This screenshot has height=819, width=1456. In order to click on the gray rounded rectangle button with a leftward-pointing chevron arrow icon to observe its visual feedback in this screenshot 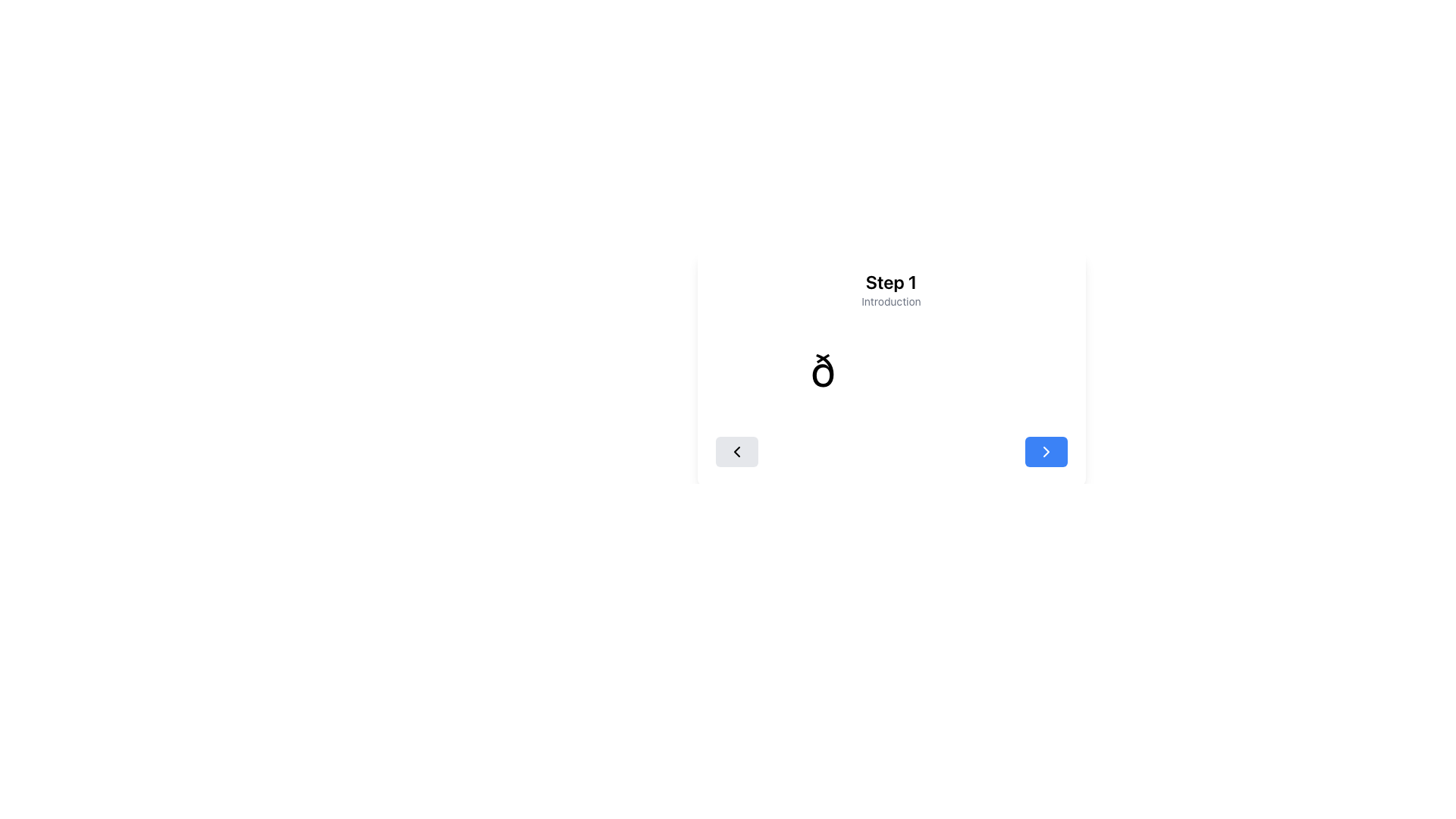, I will do `click(736, 451)`.